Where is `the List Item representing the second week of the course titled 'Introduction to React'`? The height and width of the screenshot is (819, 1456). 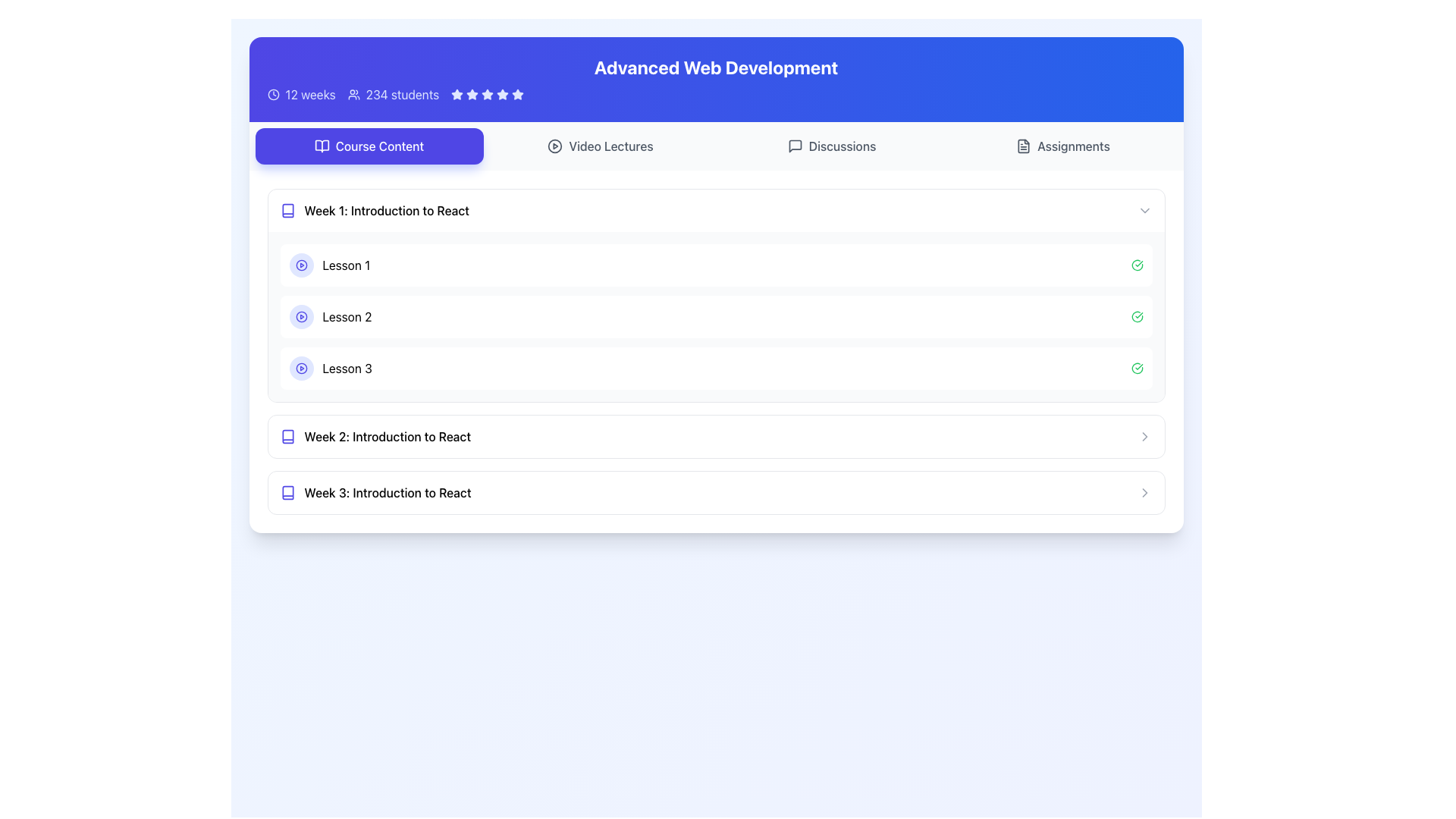 the List Item representing the second week of the course titled 'Introduction to React' is located at coordinates (375, 436).